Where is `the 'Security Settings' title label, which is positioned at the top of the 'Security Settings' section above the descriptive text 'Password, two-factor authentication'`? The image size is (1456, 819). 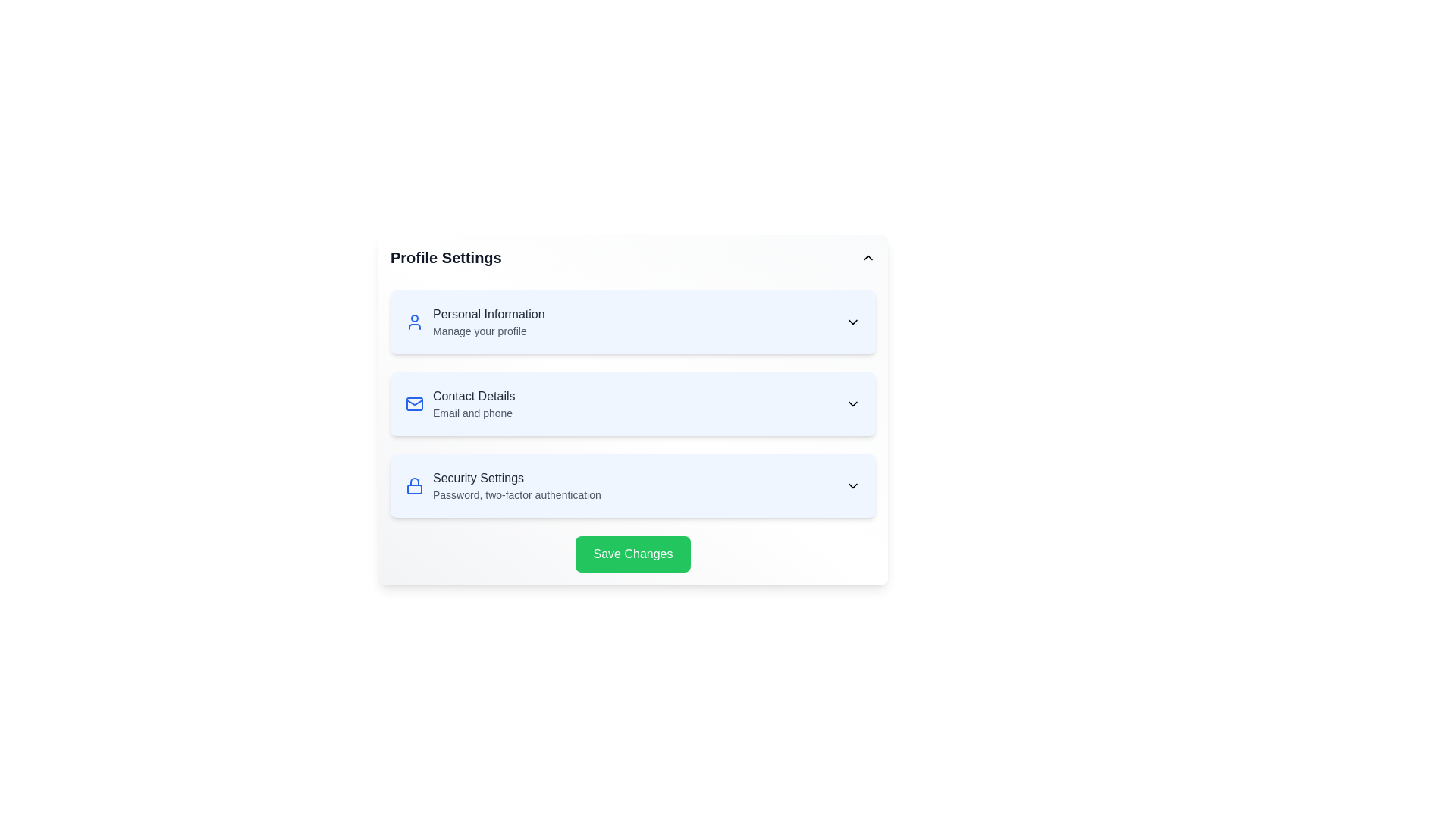 the 'Security Settings' title label, which is positioned at the top of the 'Security Settings' section above the descriptive text 'Password, two-factor authentication' is located at coordinates (516, 479).